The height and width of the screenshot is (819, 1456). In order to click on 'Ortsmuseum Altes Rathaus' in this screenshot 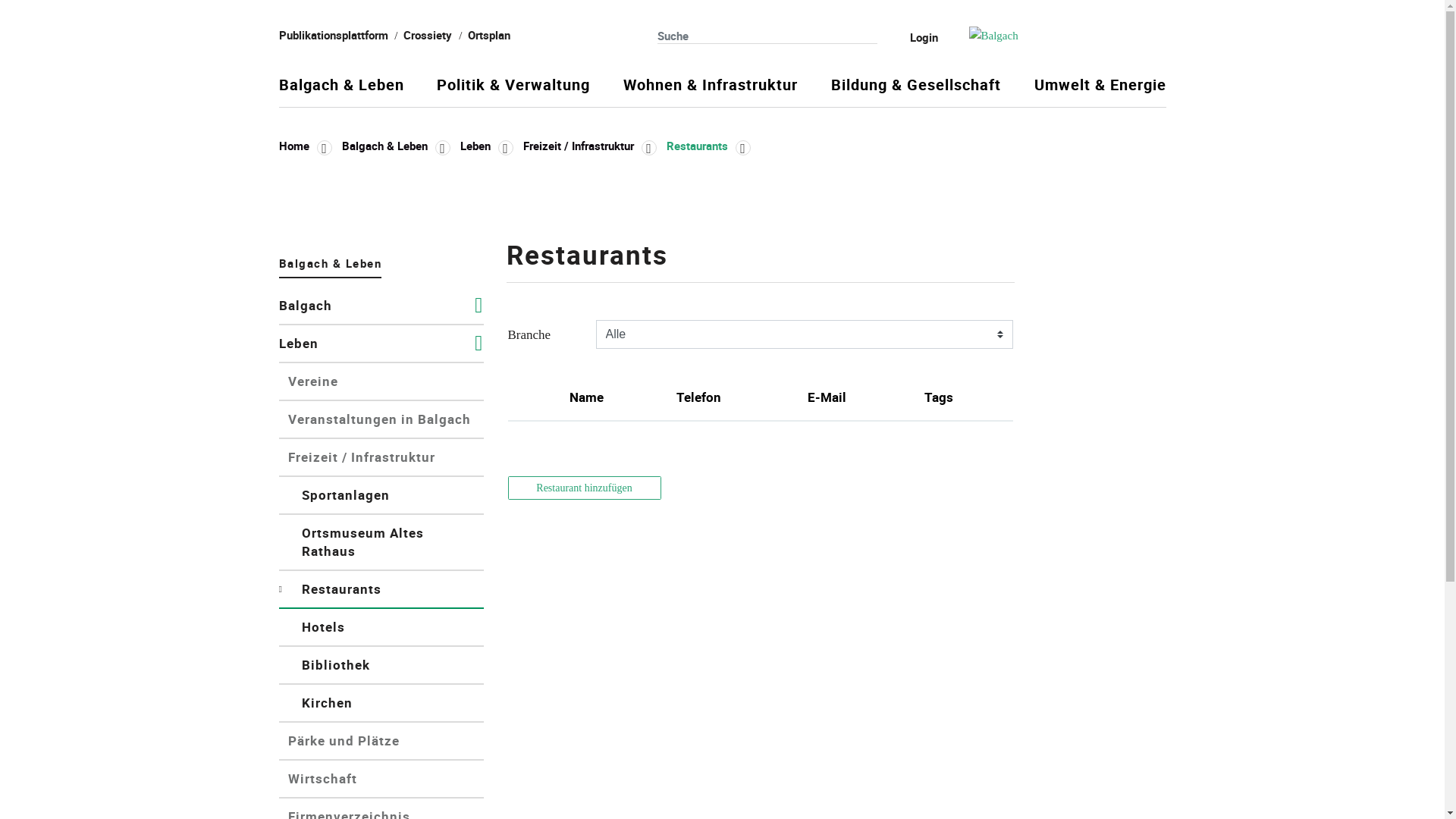, I will do `click(381, 542)`.